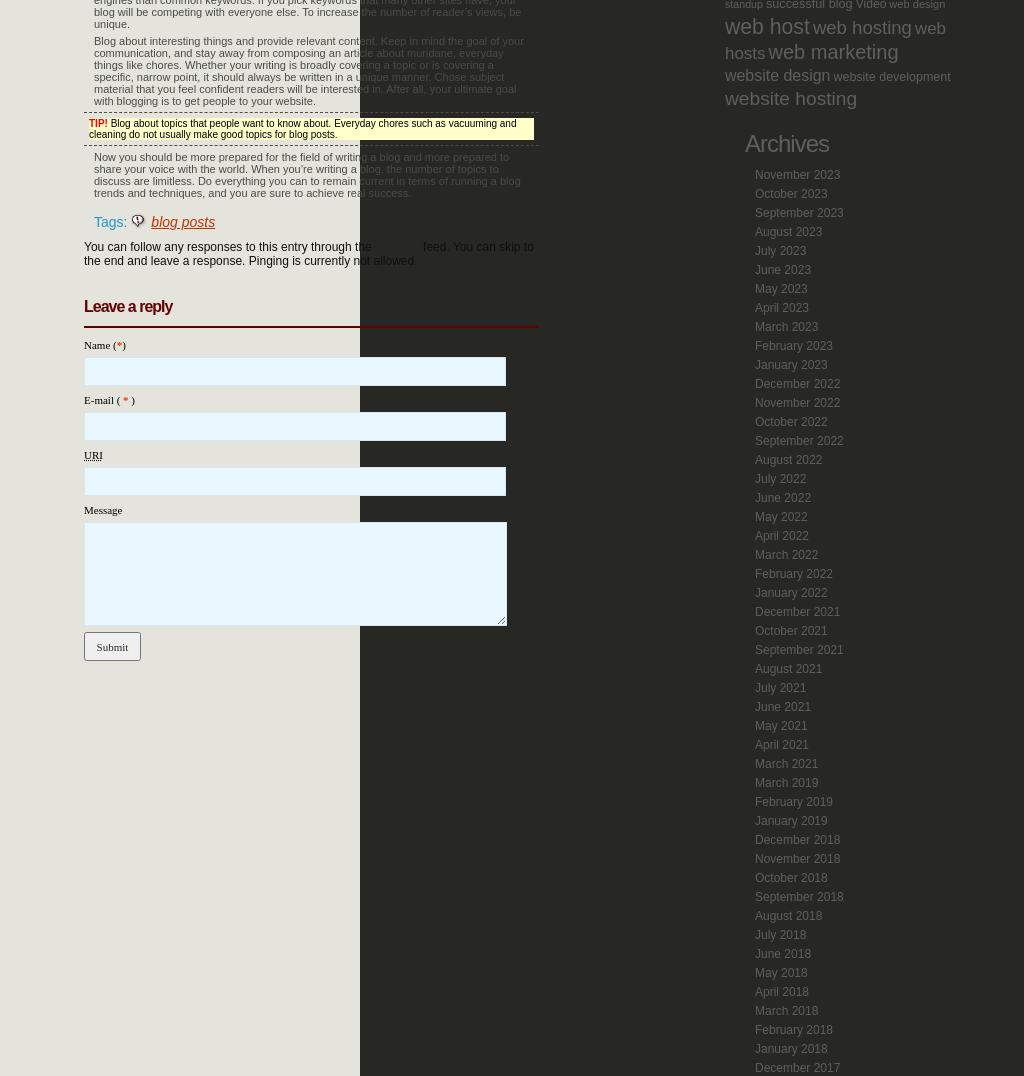 The height and width of the screenshot is (1076, 1024). Describe the element at coordinates (791, 363) in the screenshot. I see `'January 2023'` at that location.